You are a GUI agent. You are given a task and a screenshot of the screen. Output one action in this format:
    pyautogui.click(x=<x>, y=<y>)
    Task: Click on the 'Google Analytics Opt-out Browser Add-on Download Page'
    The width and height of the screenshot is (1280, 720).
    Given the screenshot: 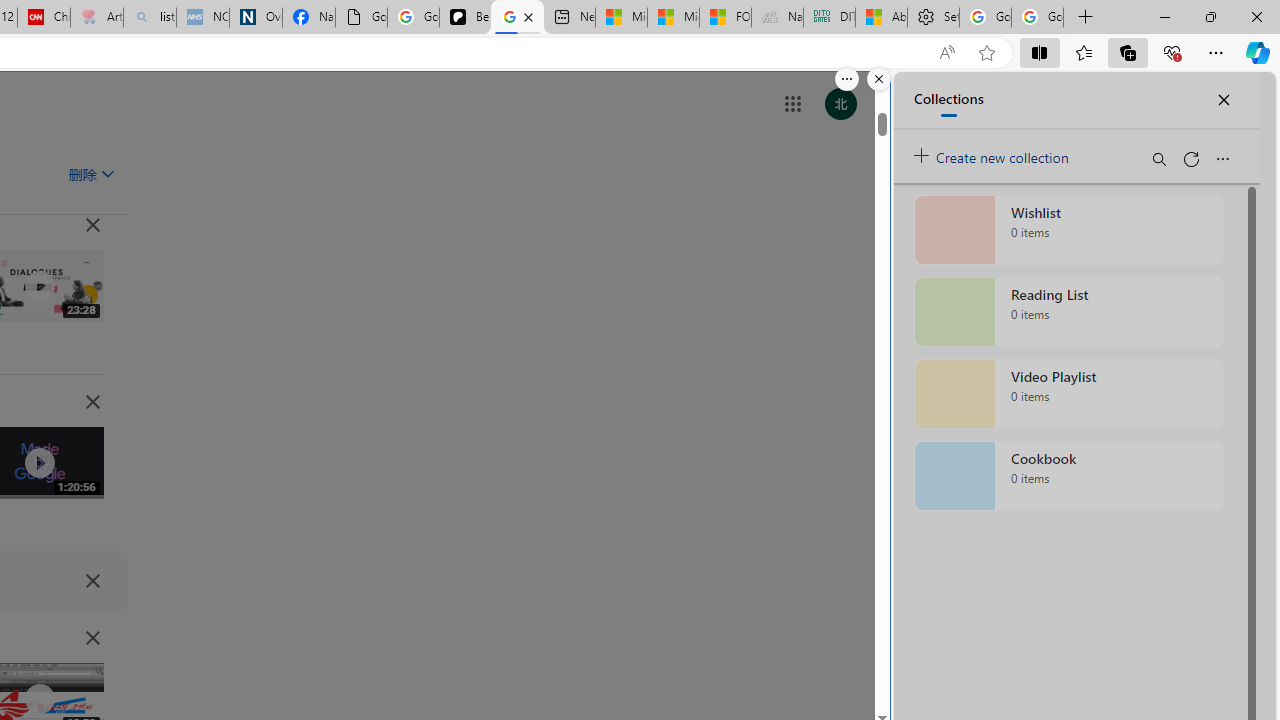 What is the action you would take?
    pyautogui.click(x=360, y=17)
    